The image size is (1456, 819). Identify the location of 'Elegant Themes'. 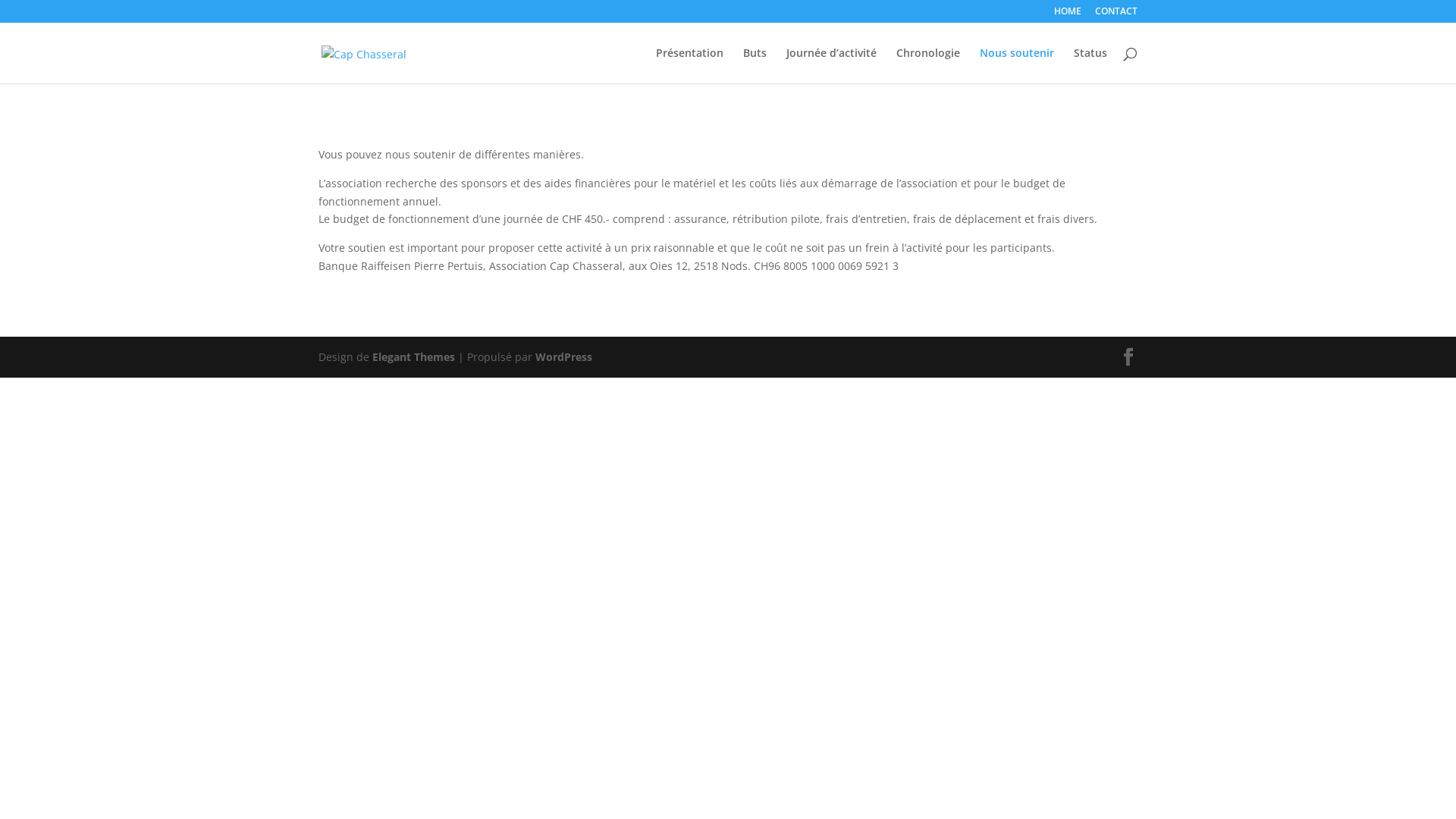
(413, 356).